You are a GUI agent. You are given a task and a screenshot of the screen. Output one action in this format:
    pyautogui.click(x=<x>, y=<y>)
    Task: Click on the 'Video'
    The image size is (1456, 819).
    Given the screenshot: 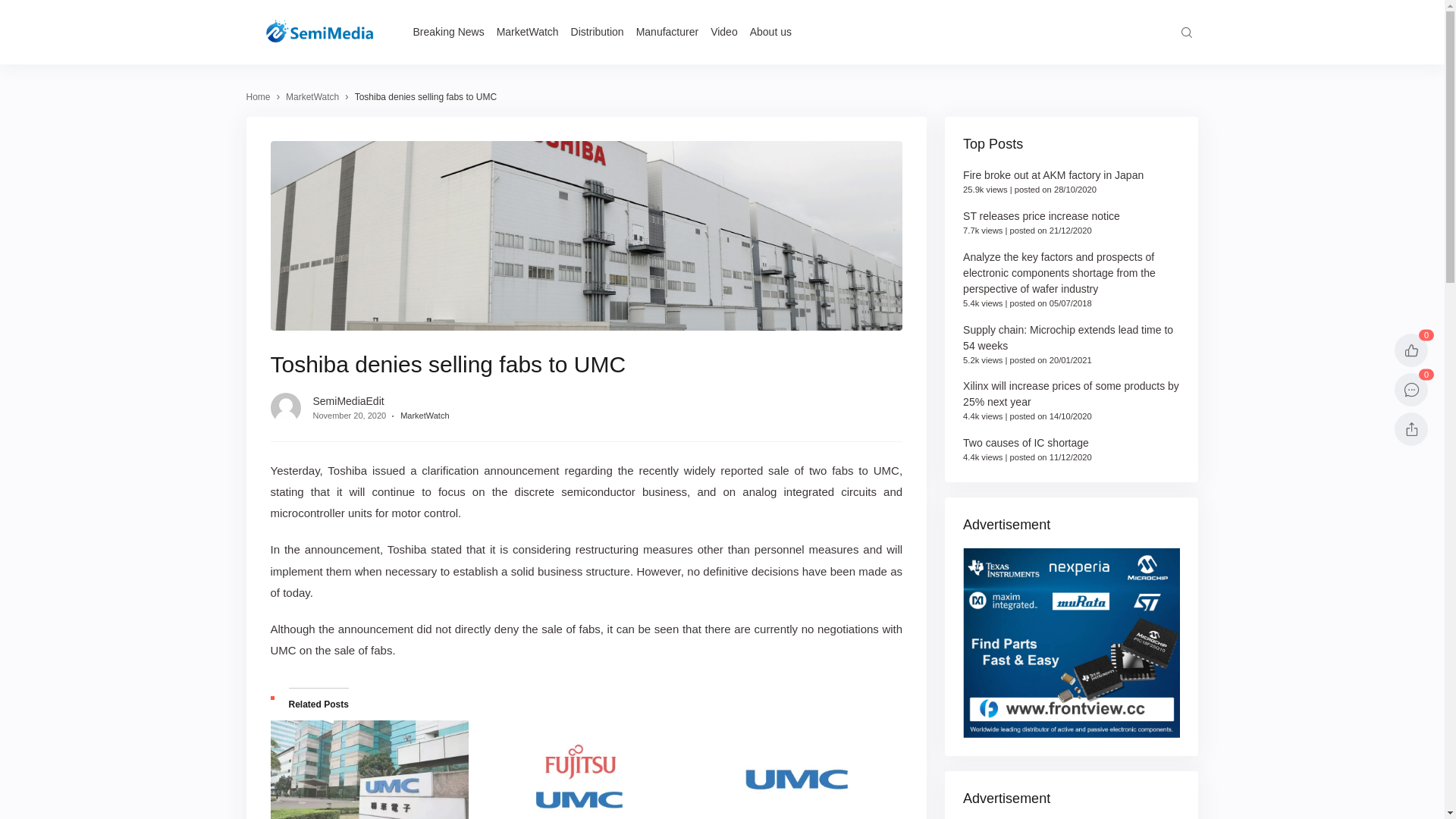 What is the action you would take?
    pyautogui.click(x=723, y=32)
    